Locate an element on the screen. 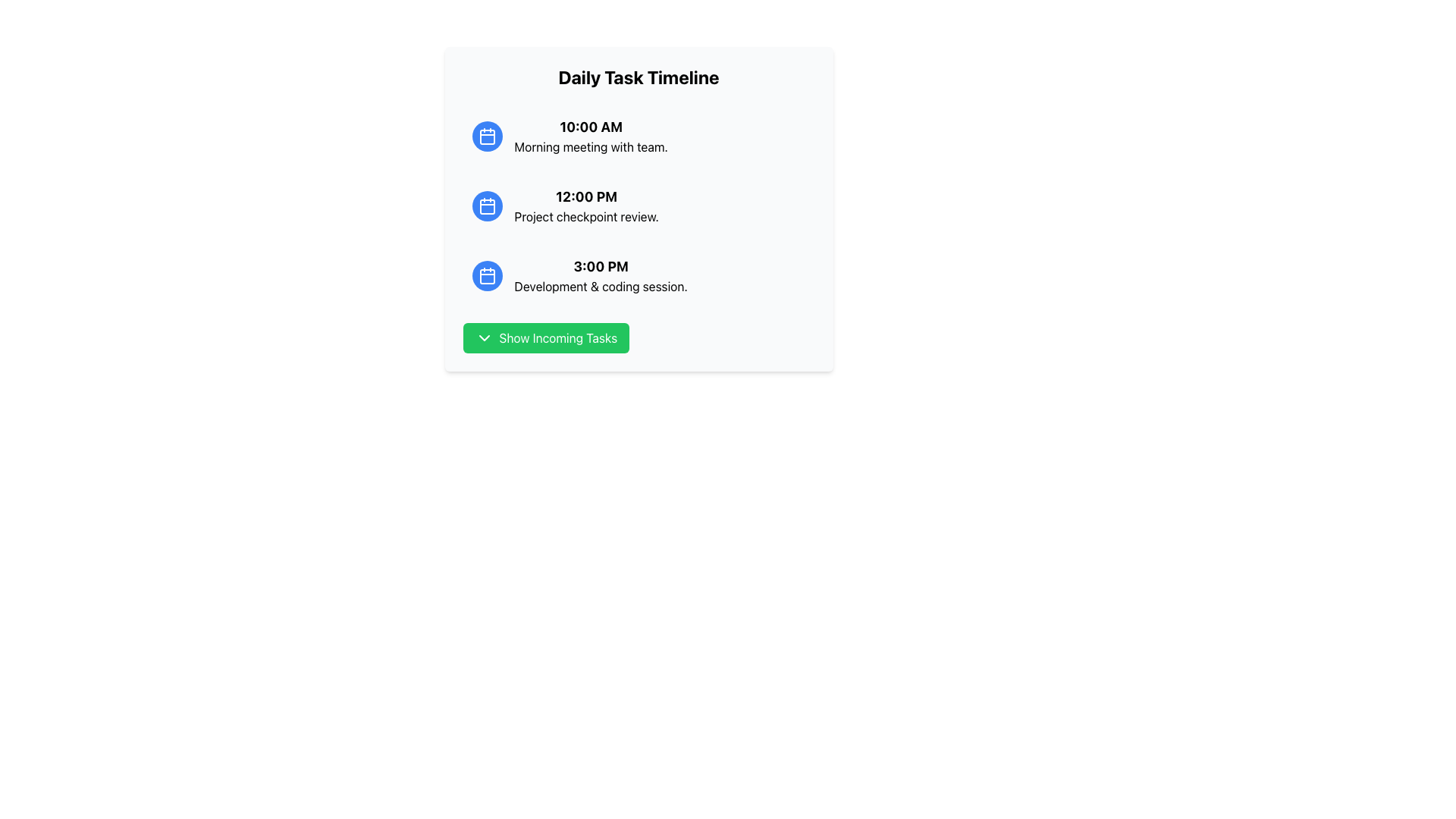 Image resolution: width=1456 pixels, height=819 pixels. the third item in the vertically arranged list of time-slot tasks, which provides information about a scheduled event at 3:00 PM labeled as 'Development & coding session.' is located at coordinates (600, 275).